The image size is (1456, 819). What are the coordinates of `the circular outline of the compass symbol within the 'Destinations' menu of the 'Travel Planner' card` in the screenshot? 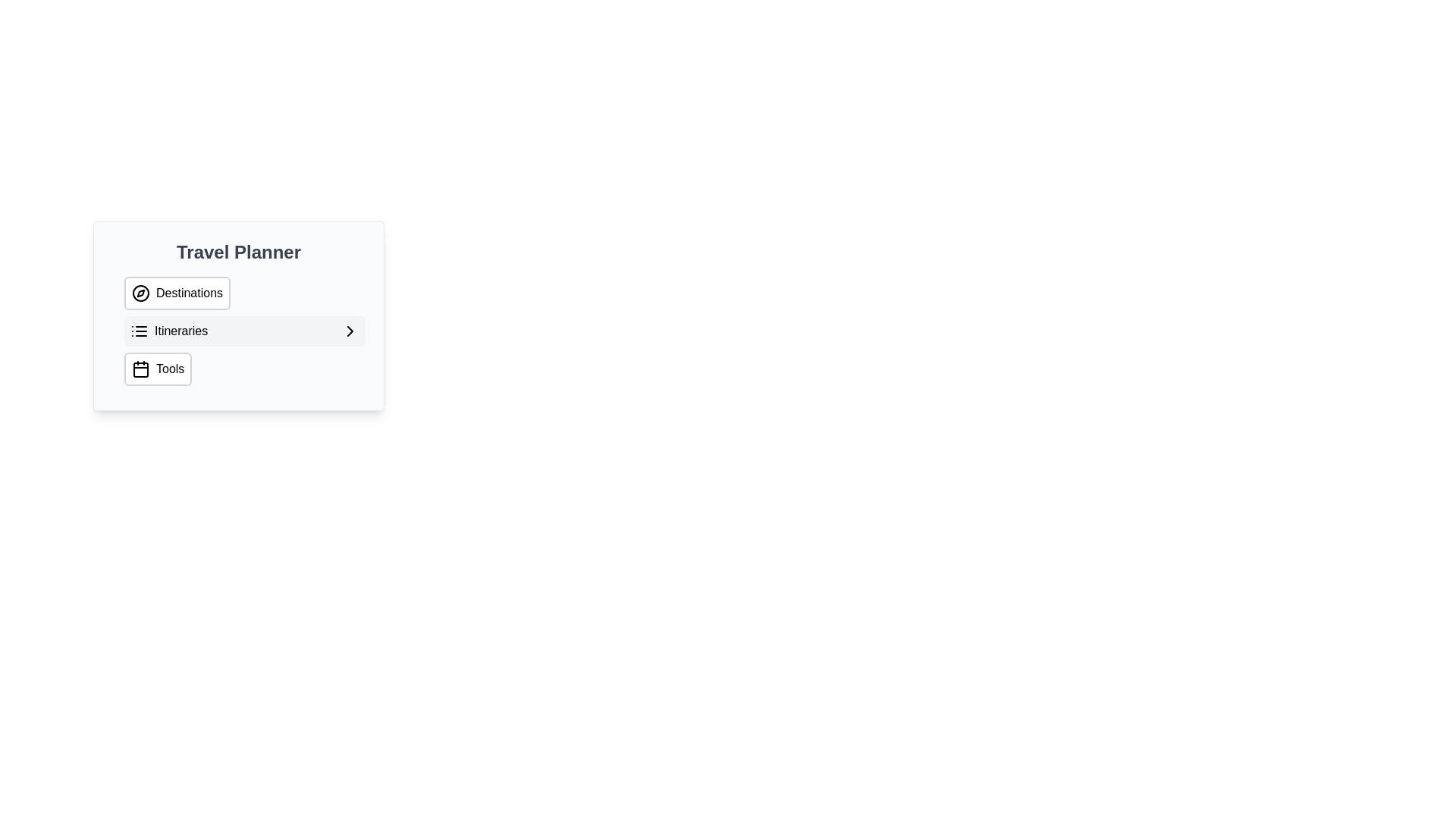 It's located at (141, 293).